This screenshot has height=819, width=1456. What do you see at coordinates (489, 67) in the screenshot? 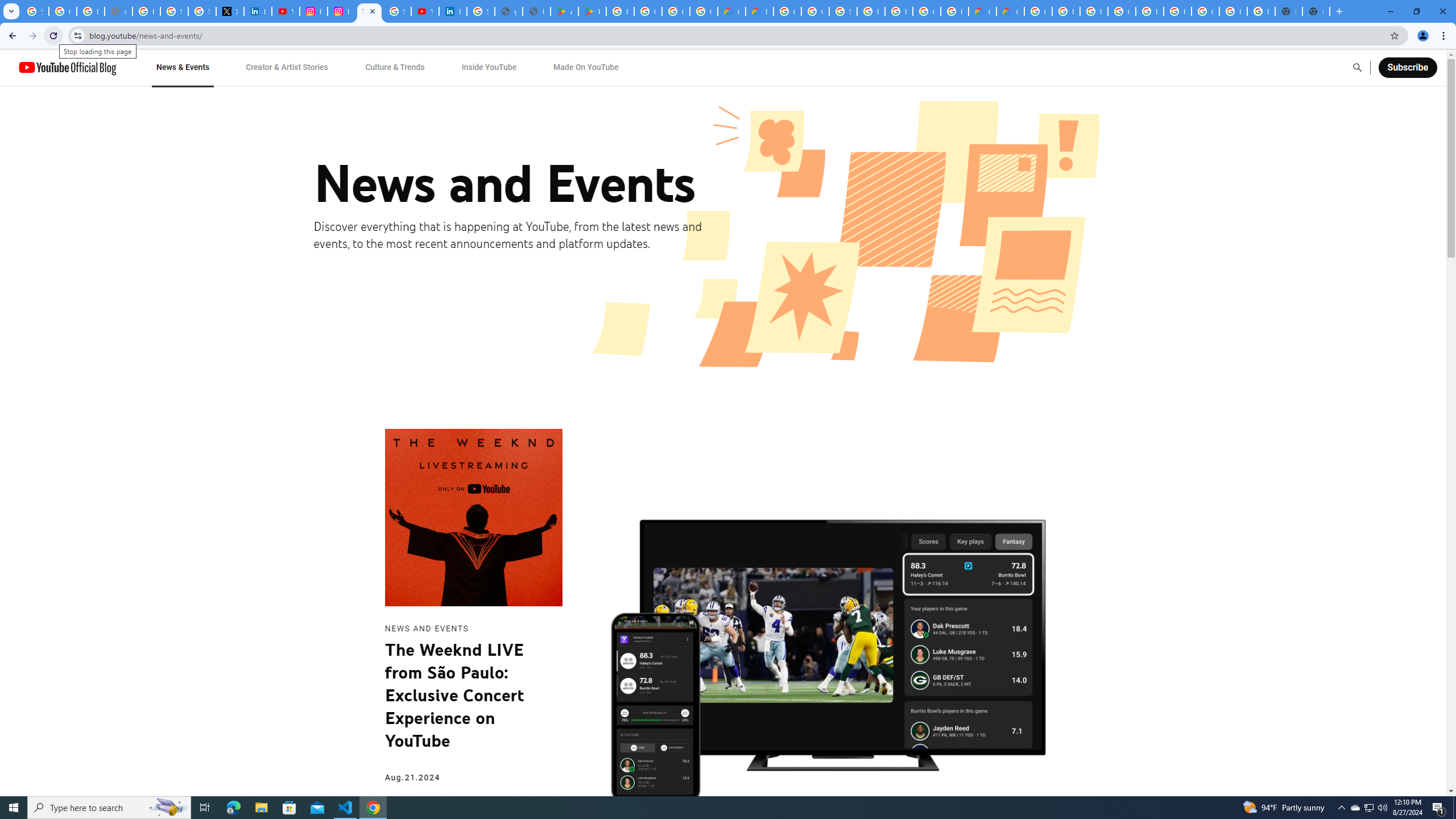
I see `'Inside YouTube'` at bounding box center [489, 67].